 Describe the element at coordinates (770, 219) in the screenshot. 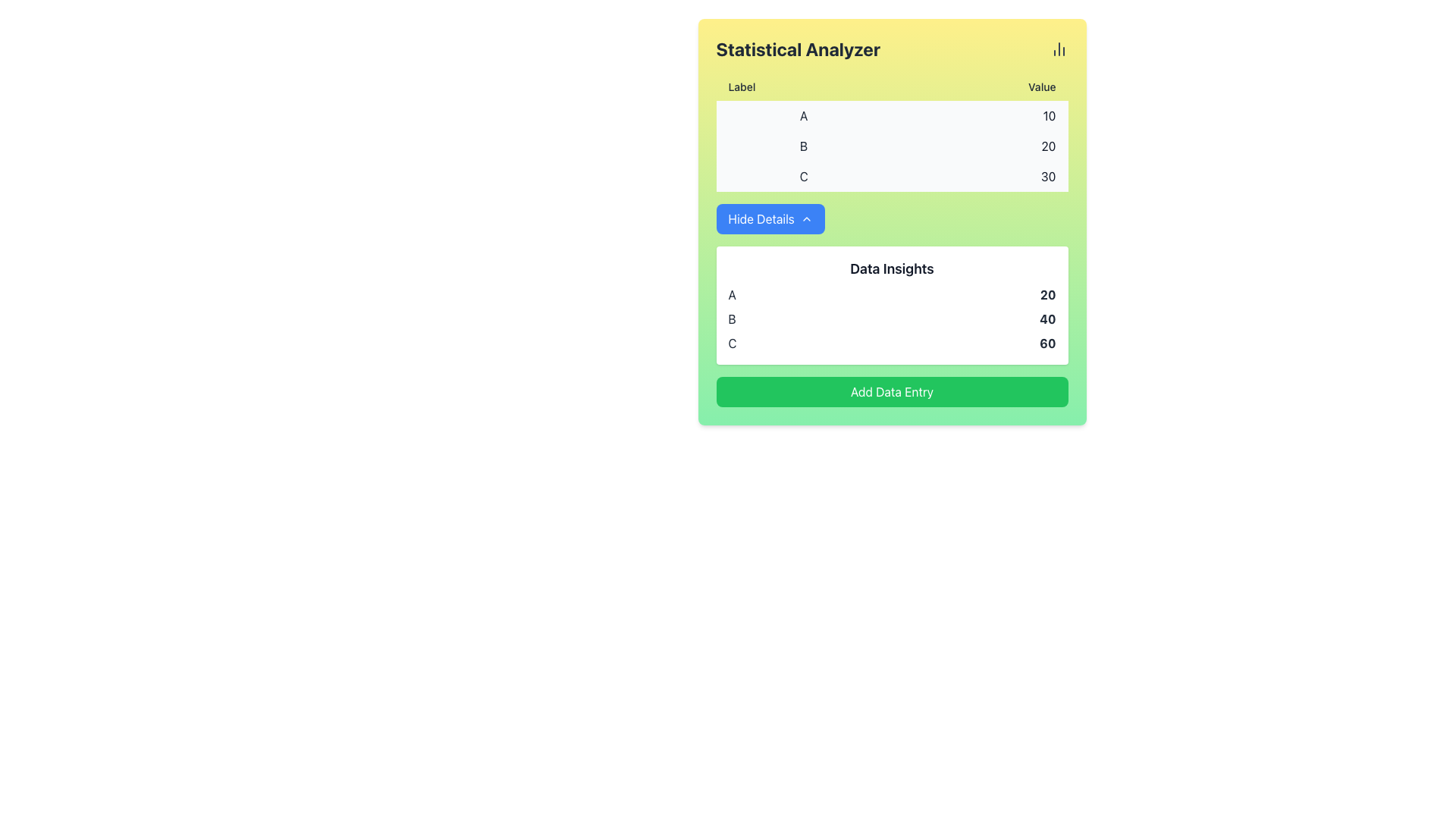

I see `the 'Hide Details' button, which has a blue background and white text` at that location.